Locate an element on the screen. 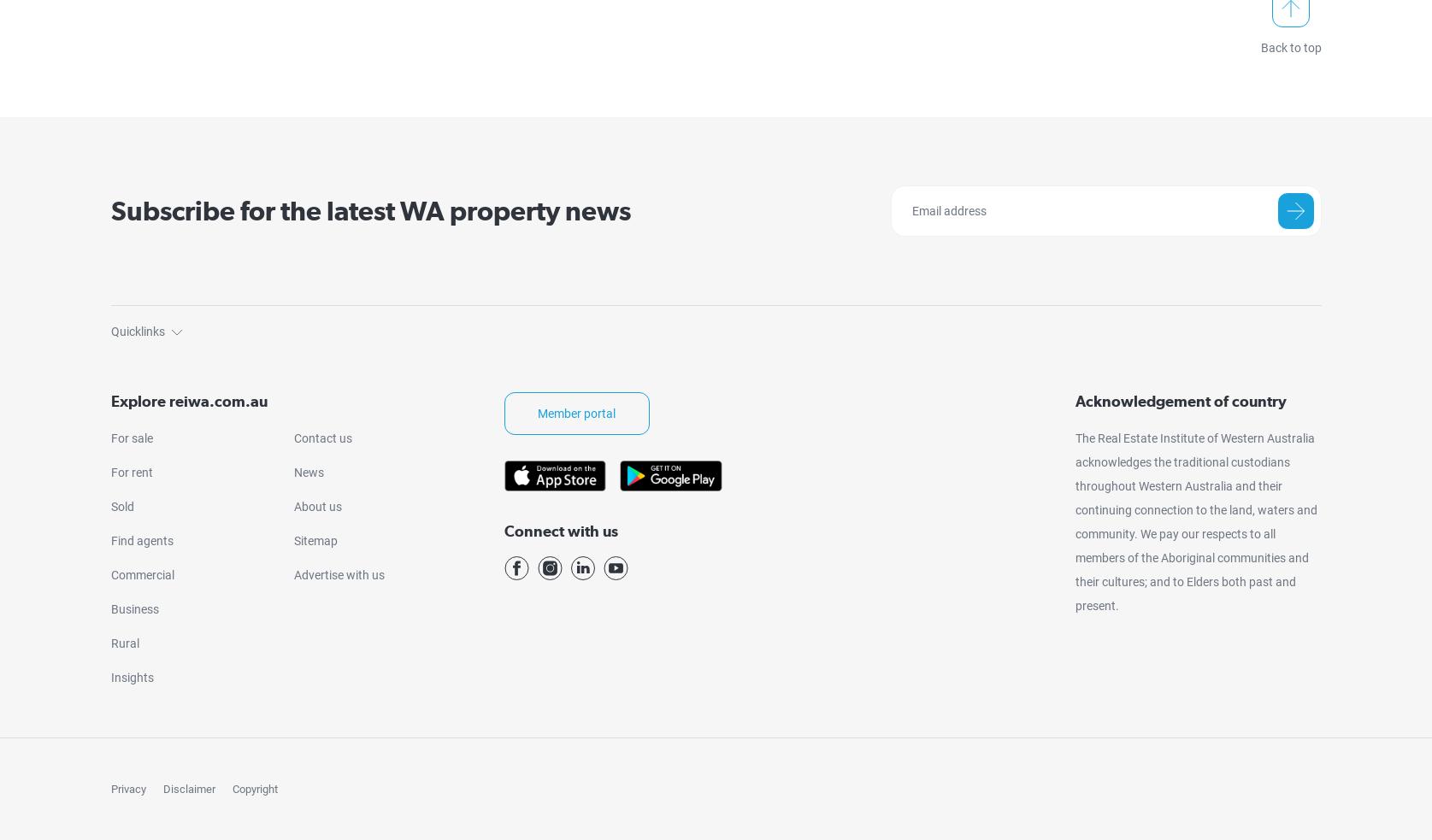 The height and width of the screenshot is (840, 1432). 'Member portal' is located at coordinates (576, 413).